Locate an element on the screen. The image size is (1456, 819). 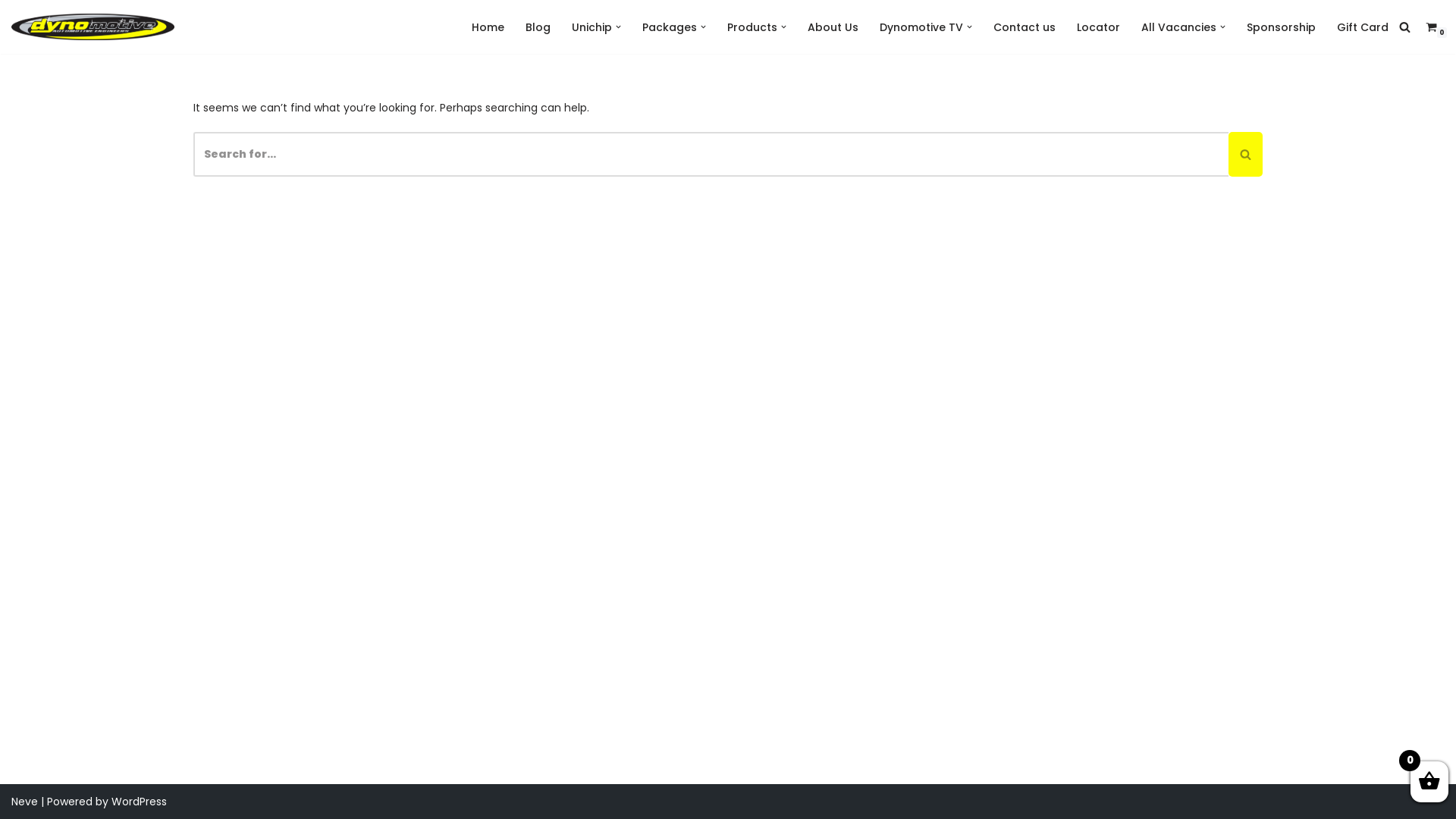
'Blog' is located at coordinates (538, 27).